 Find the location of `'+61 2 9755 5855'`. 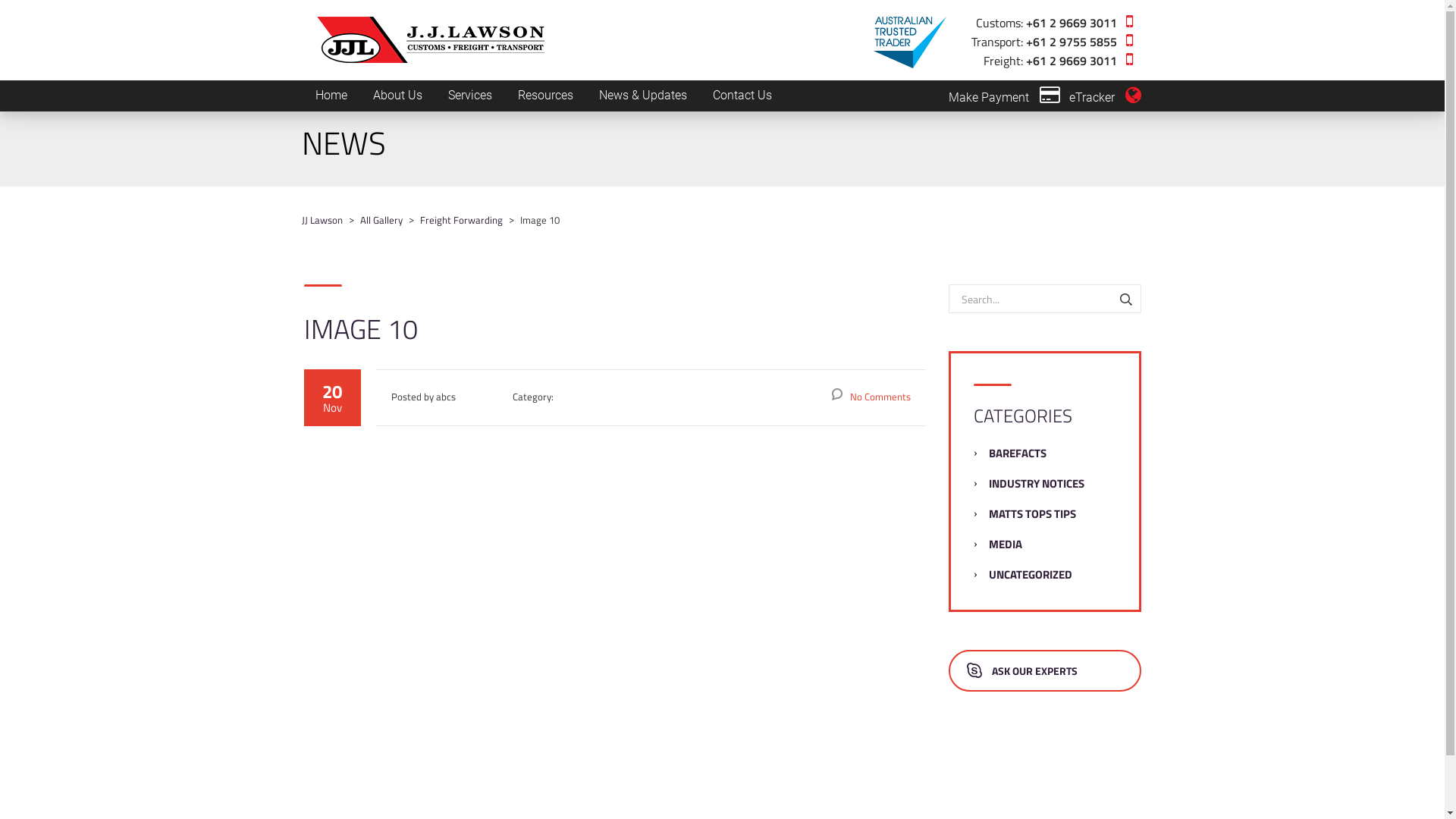

'+61 2 9755 5855' is located at coordinates (1069, 39).